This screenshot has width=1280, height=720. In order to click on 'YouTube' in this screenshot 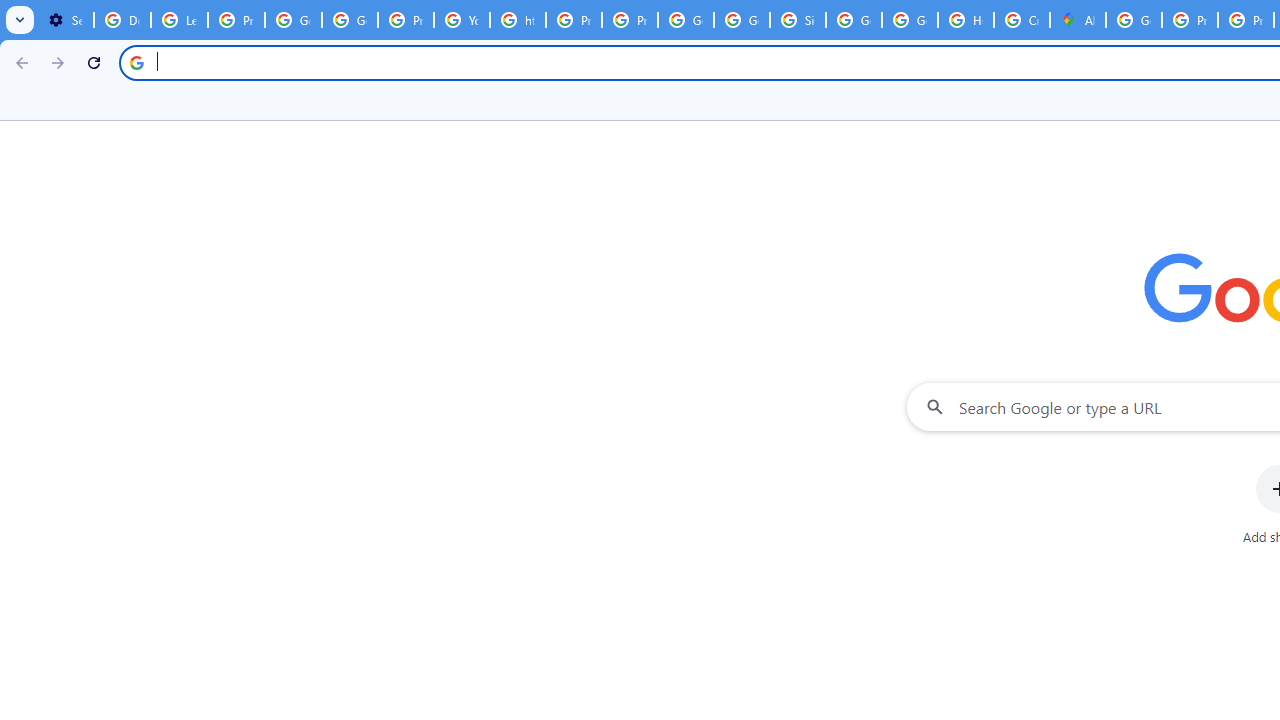, I will do `click(461, 20)`.